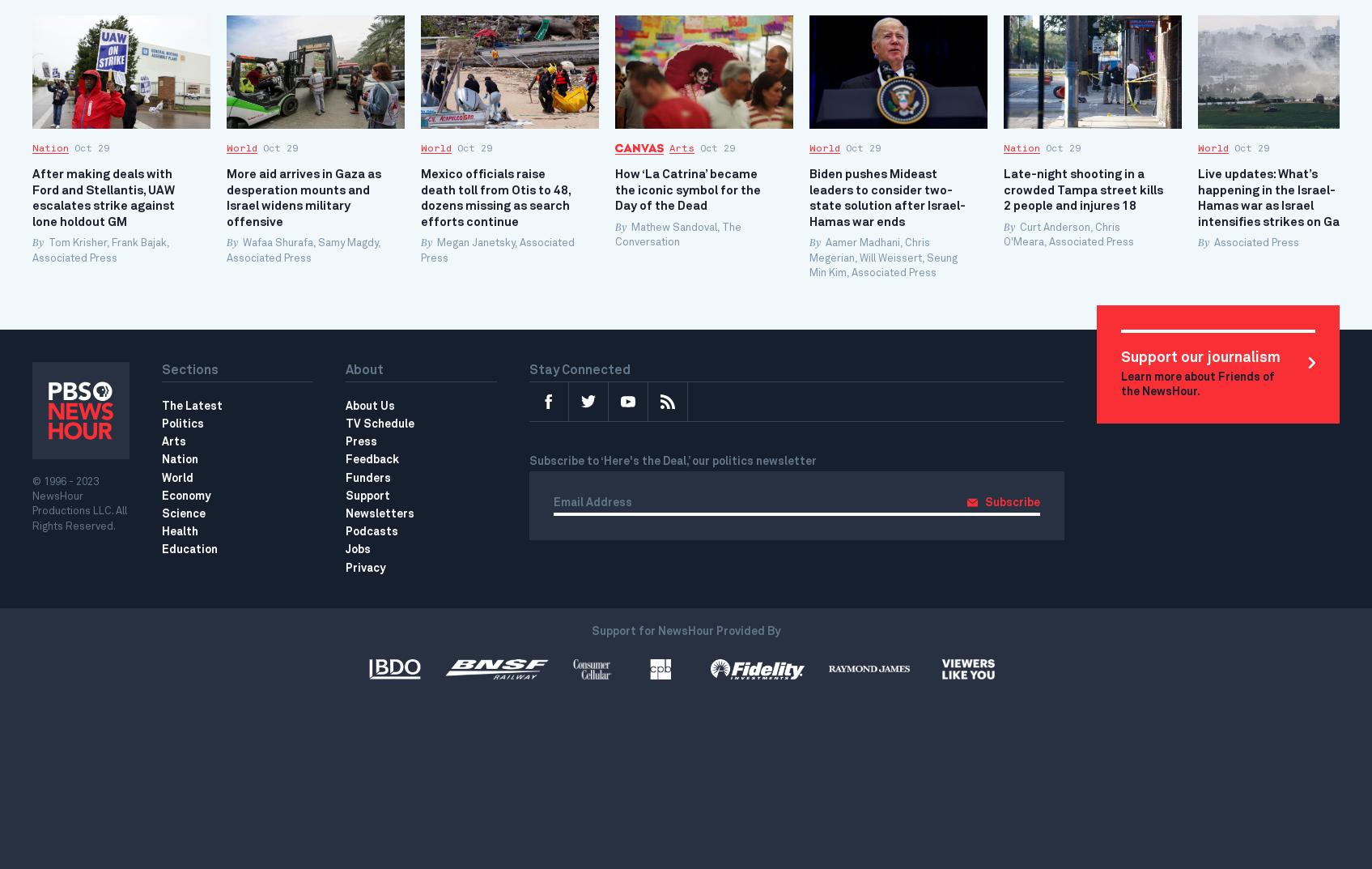  I want to click on 'Aamer Madhani, Chris Megerian, Will Weissert, Seung Min Kim, Associated Press', so click(883, 258).